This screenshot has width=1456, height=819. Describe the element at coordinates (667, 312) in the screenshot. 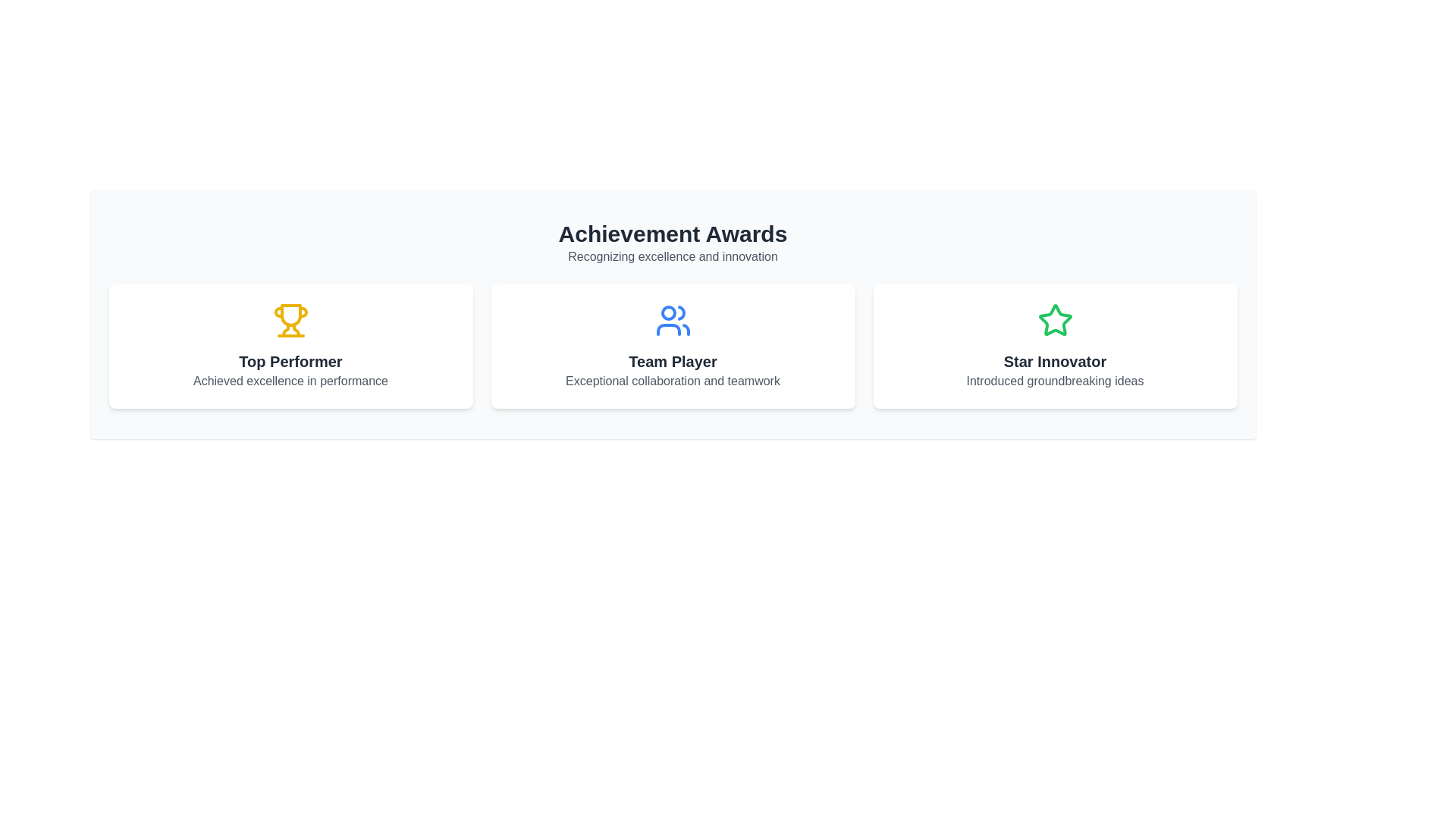

I see `the circular SVG shape within the 'Team Player' icon, which represents a group of users` at that location.